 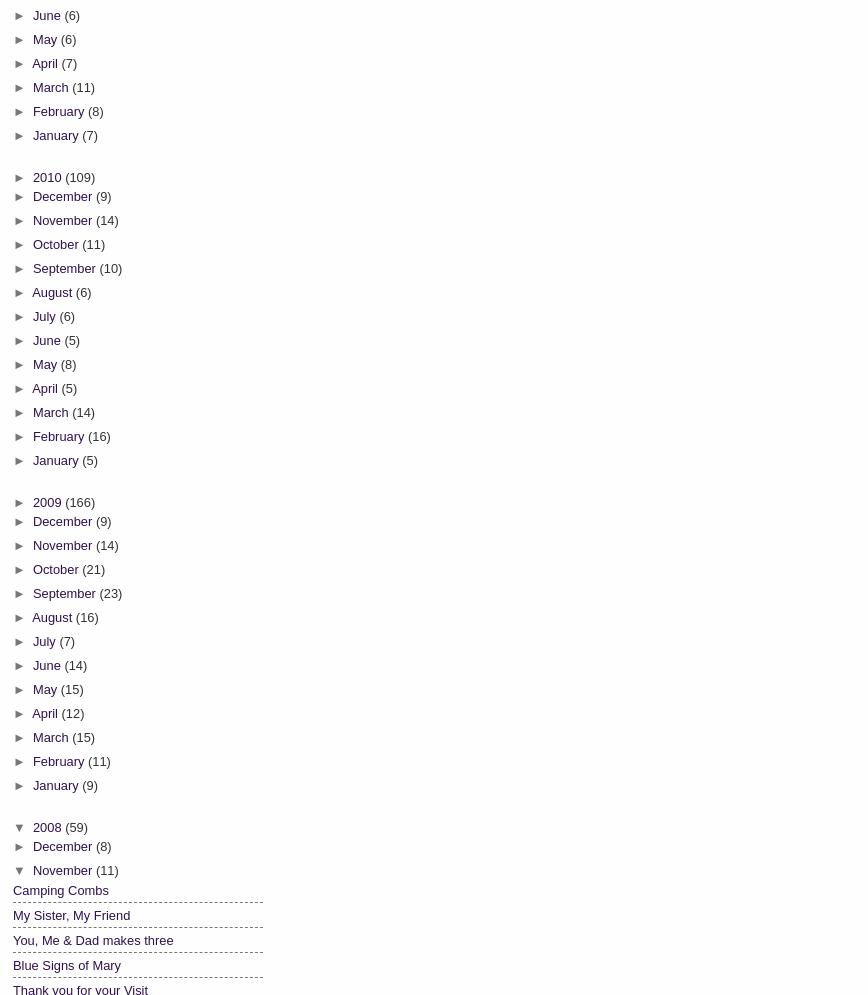 What do you see at coordinates (13, 913) in the screenshot?
I see `'My Sister, My Friend'` at bounding box center [13, 913].